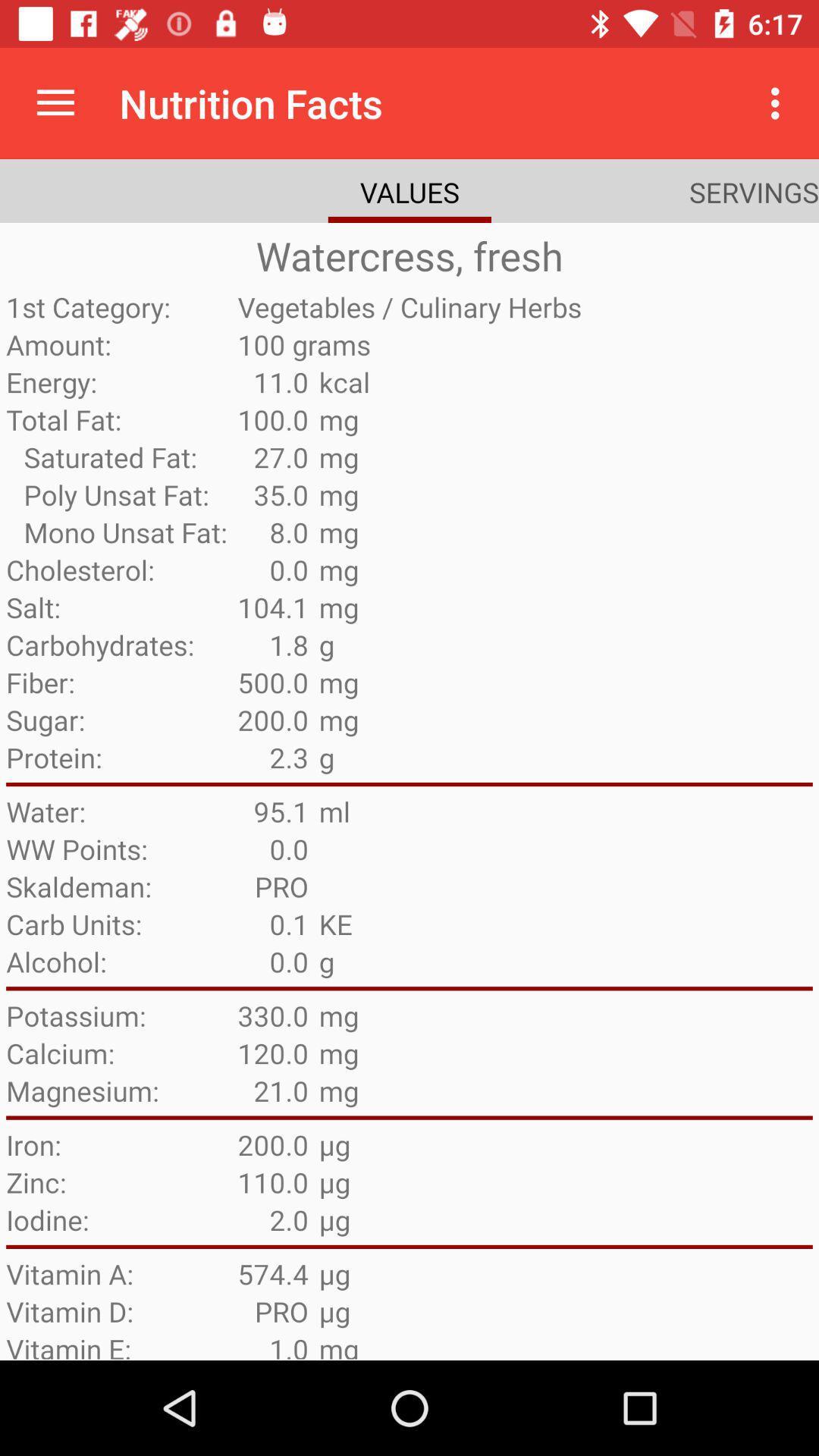  I want to click on the icon above the watercress, fresh, so click(55, 102).